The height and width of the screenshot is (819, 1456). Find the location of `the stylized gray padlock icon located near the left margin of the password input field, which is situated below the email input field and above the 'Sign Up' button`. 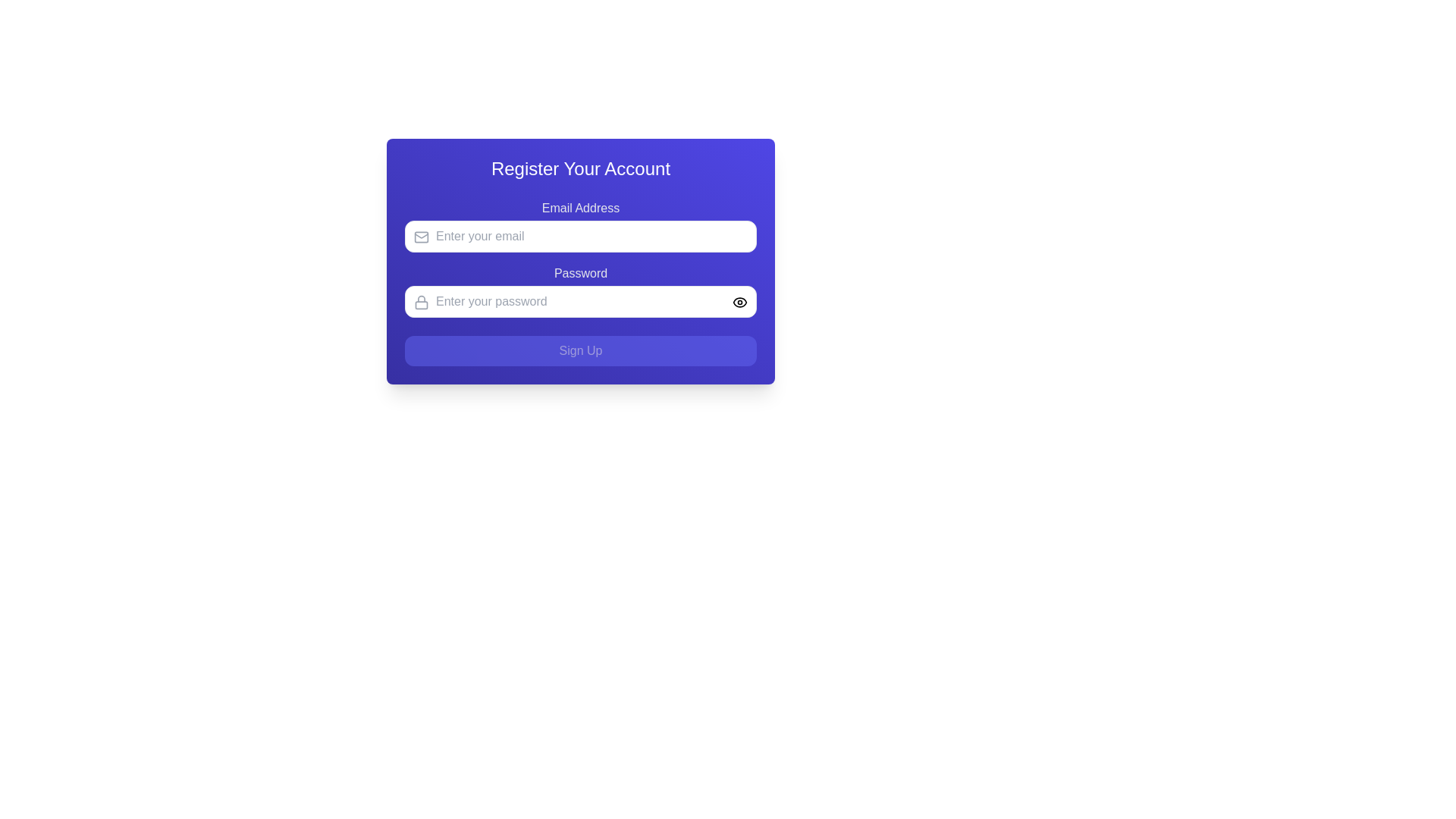

the stylized gray padlock icon located near the left margin of the password input field, which is situated below the email input field and above the 'Sign Up' button is located at coordinates (422, 302).